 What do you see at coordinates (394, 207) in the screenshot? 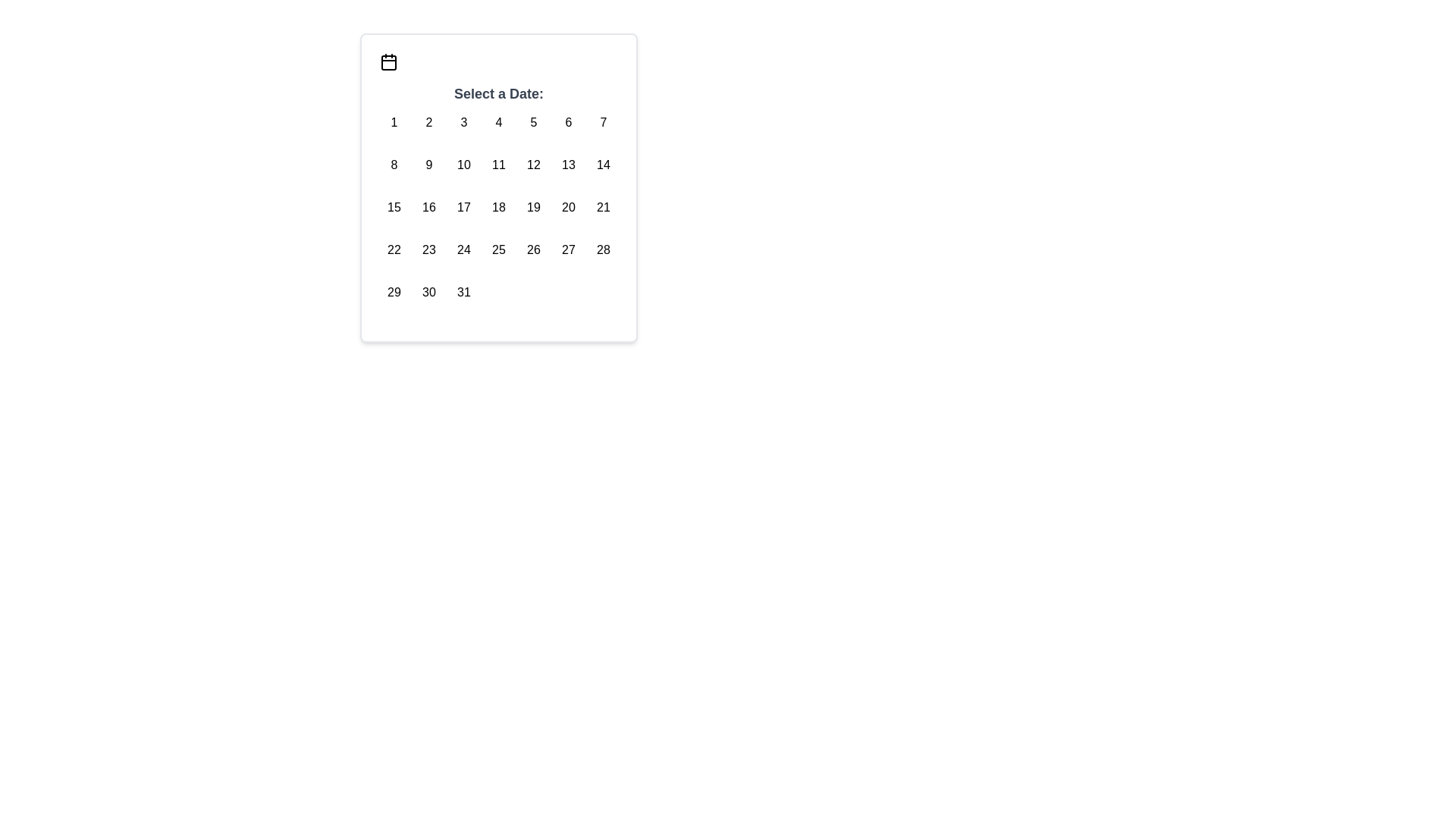
I see `the circular button labeled '15', which is located in the second row and first column of the calendar grid` at bounding box center [394, 207].